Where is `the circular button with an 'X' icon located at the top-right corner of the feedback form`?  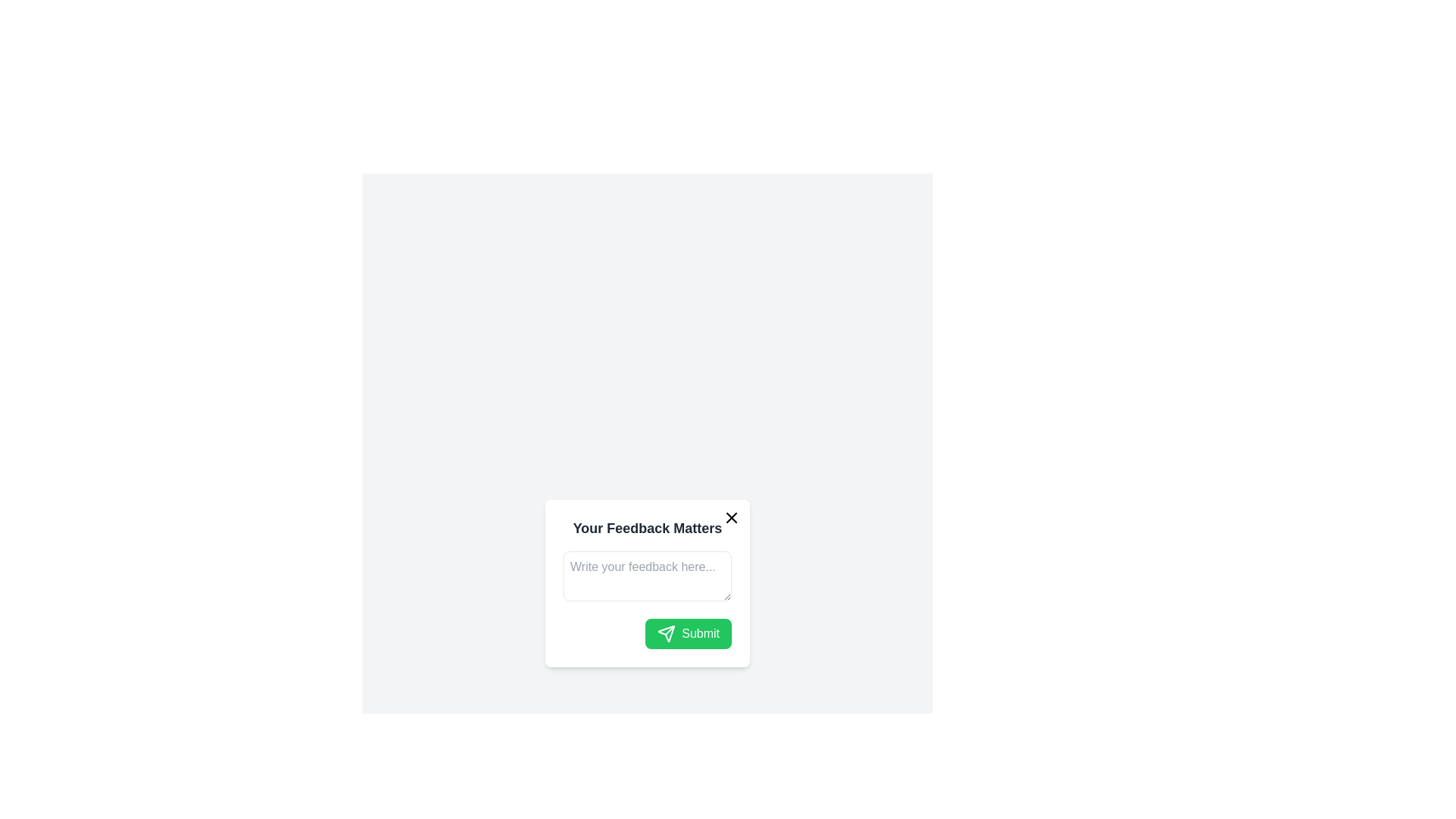 the circular button with an 'X' icon located at the top-right corner of the feedback form is located at coordinates (731, 516).